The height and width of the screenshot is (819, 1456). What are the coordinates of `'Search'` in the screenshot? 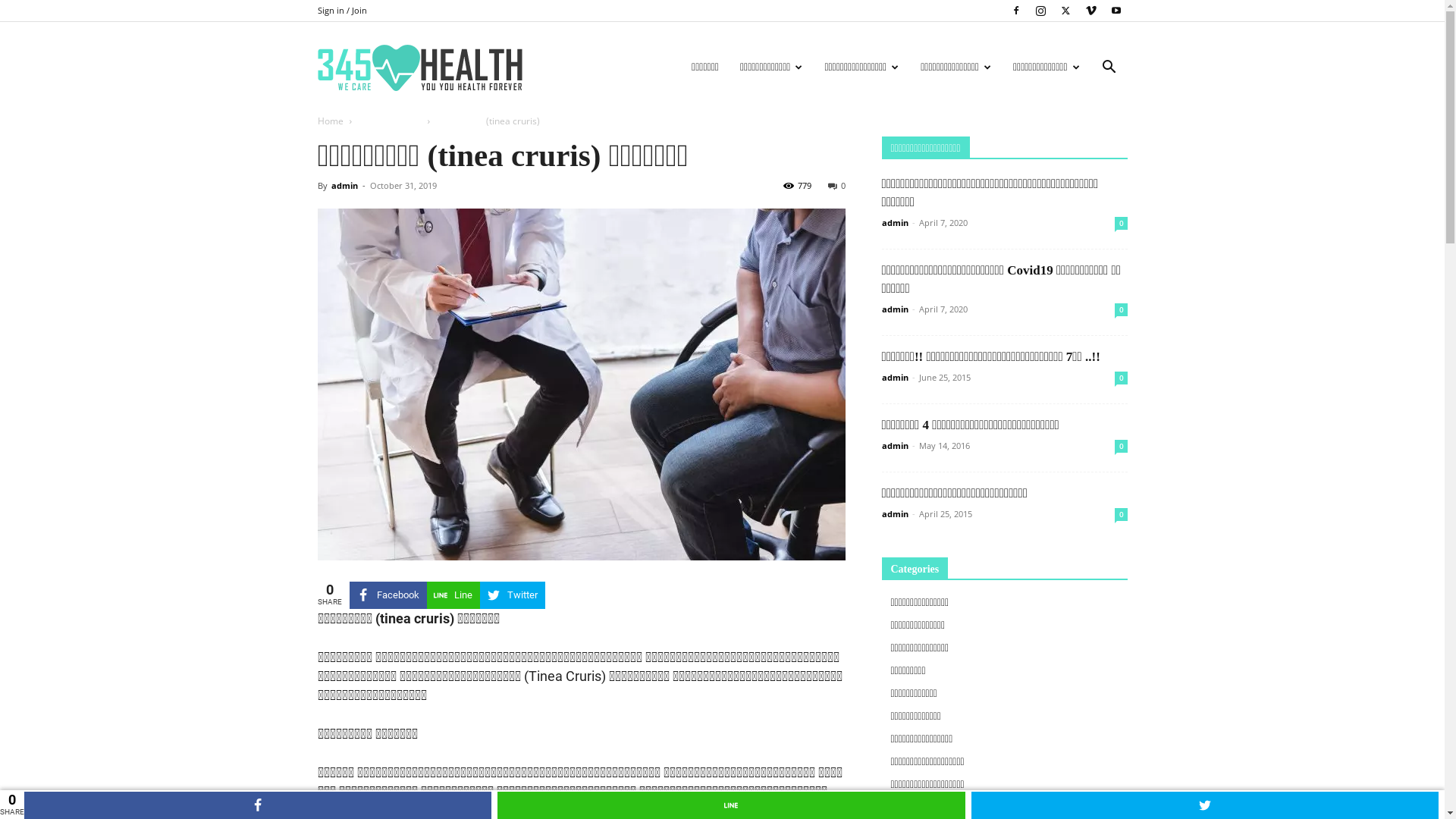 It's located at (1084, 140).